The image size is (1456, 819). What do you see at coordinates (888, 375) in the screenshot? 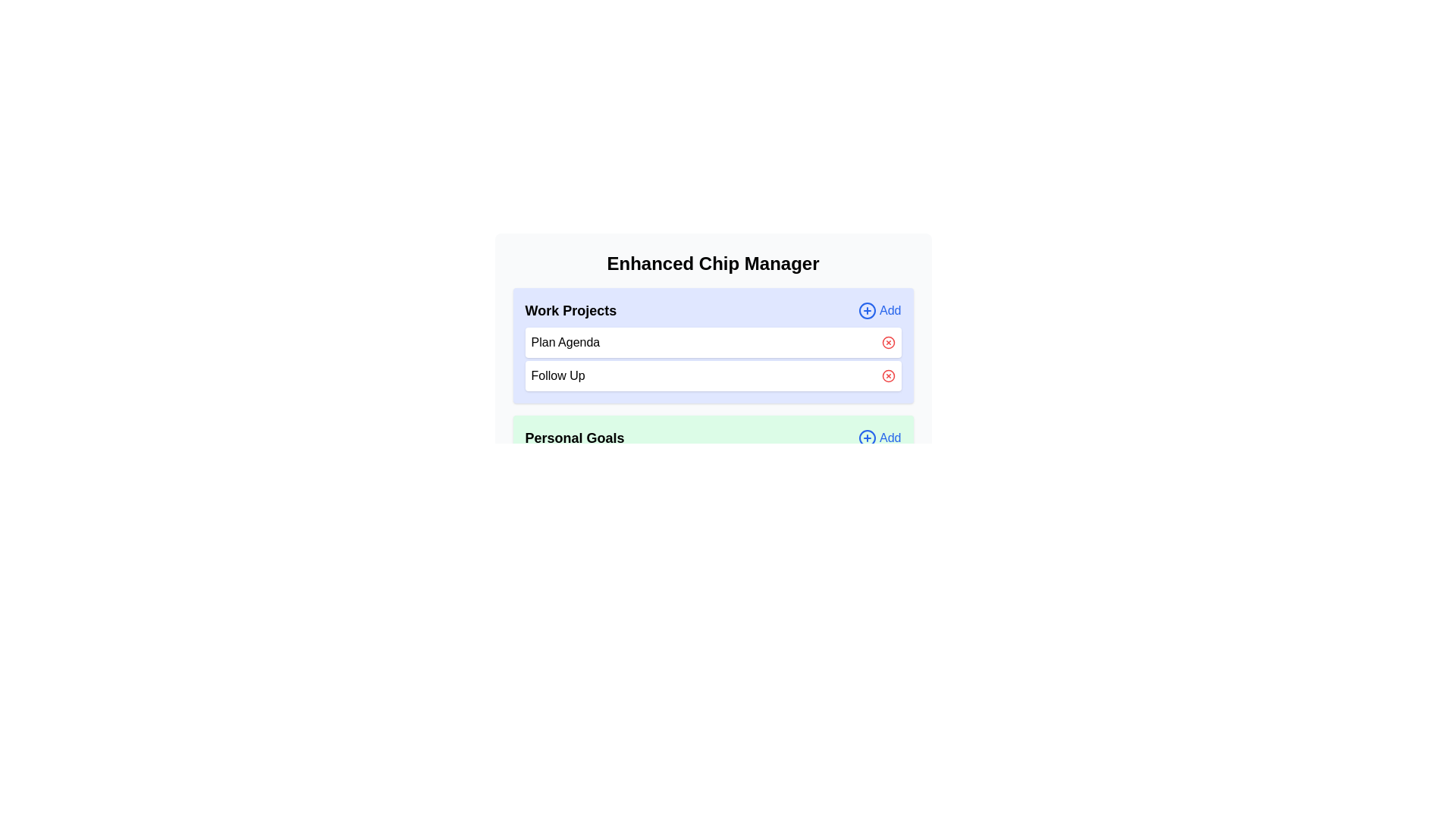
I see `the chip Follow Up from the category Work Projects` at bounding box center [888, 375].